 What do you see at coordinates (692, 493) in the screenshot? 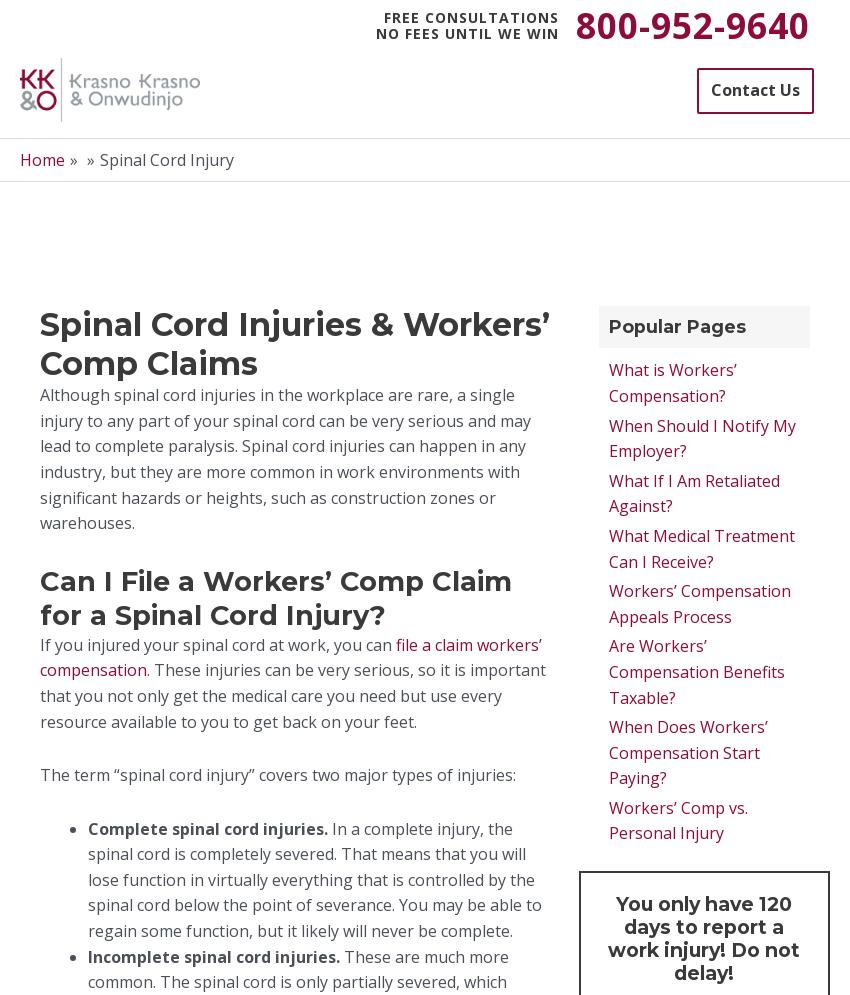
I see `'What If I Am Retaliated Against?'` at bounding box center [692, 493].